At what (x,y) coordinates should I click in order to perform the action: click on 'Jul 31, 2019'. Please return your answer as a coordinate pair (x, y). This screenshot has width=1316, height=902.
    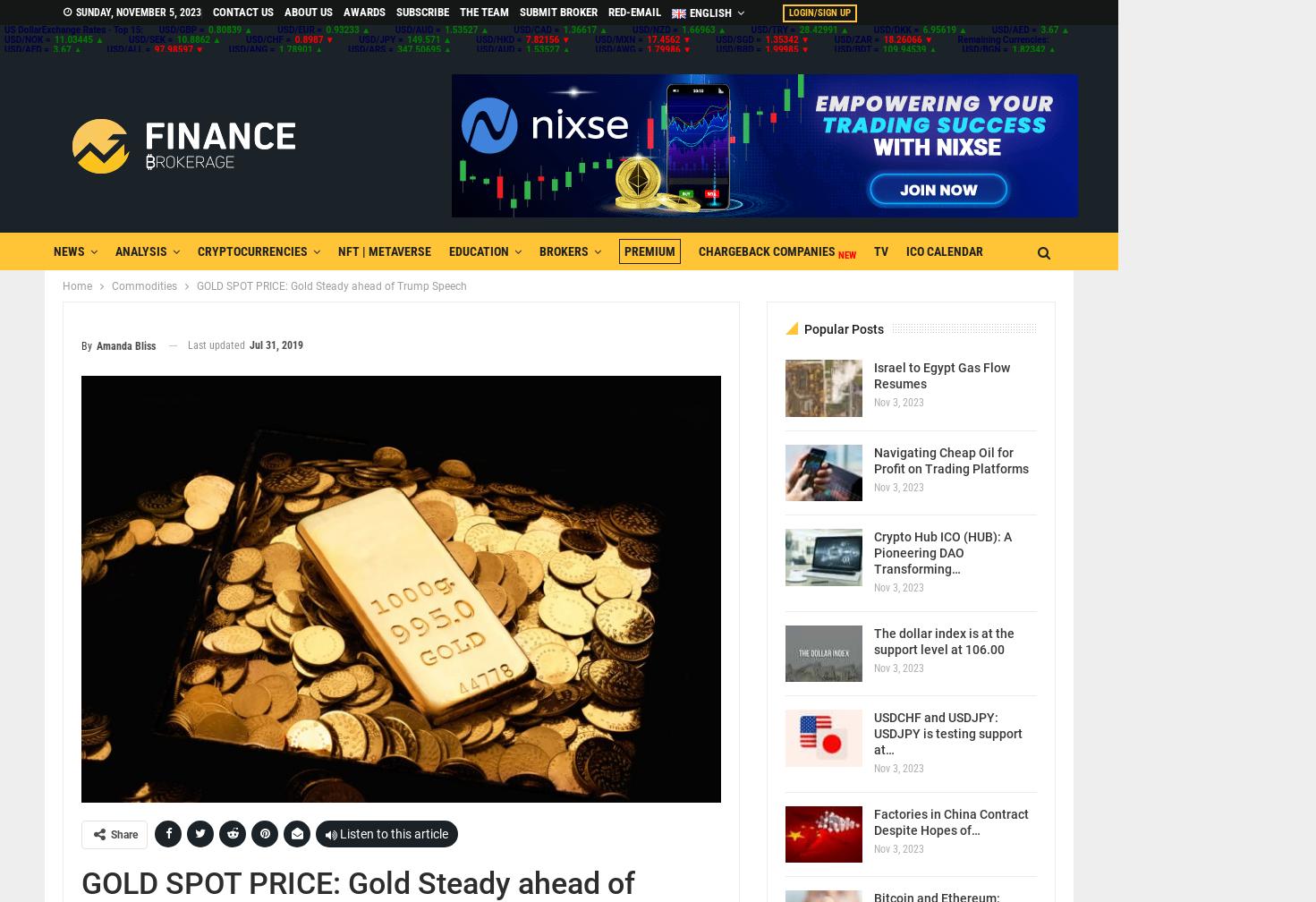
    Looking at the image, I should click on (276, 345).